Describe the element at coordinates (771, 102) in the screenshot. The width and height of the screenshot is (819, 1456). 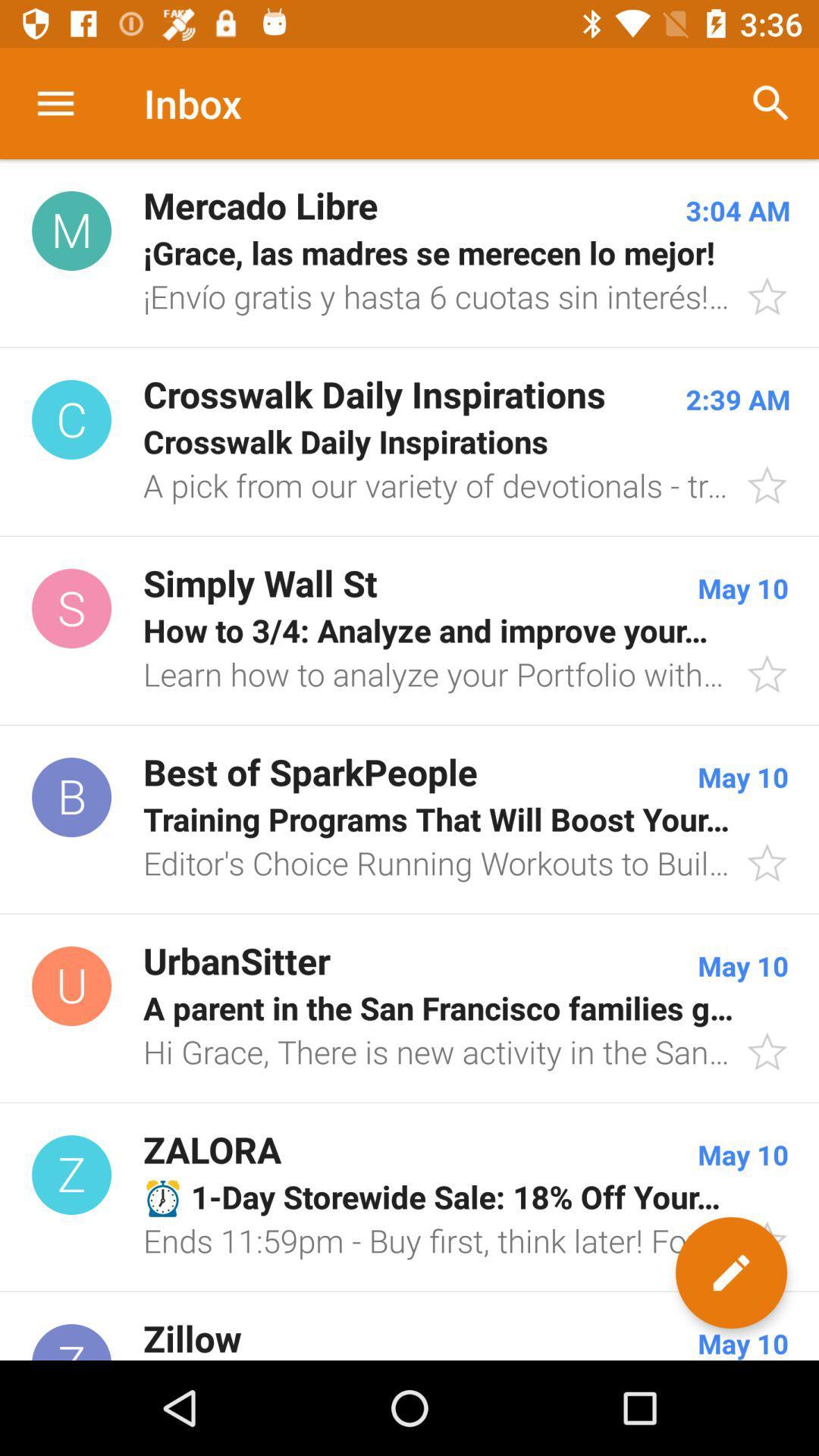
I see `the icon next to inbox app` at that location.